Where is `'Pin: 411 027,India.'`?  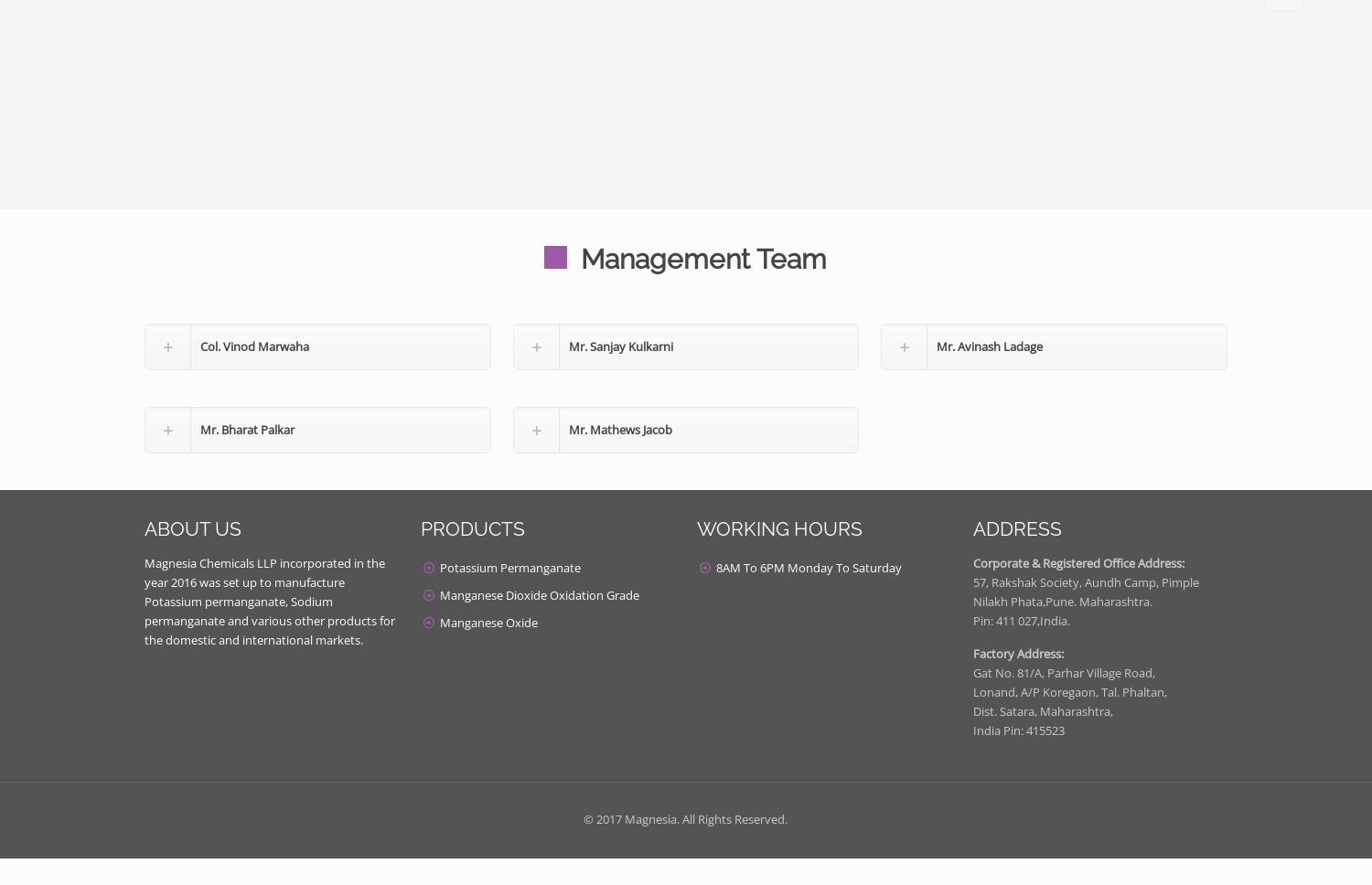
'Pin: 411 027,India.' is located at coordinates (1021, 620).